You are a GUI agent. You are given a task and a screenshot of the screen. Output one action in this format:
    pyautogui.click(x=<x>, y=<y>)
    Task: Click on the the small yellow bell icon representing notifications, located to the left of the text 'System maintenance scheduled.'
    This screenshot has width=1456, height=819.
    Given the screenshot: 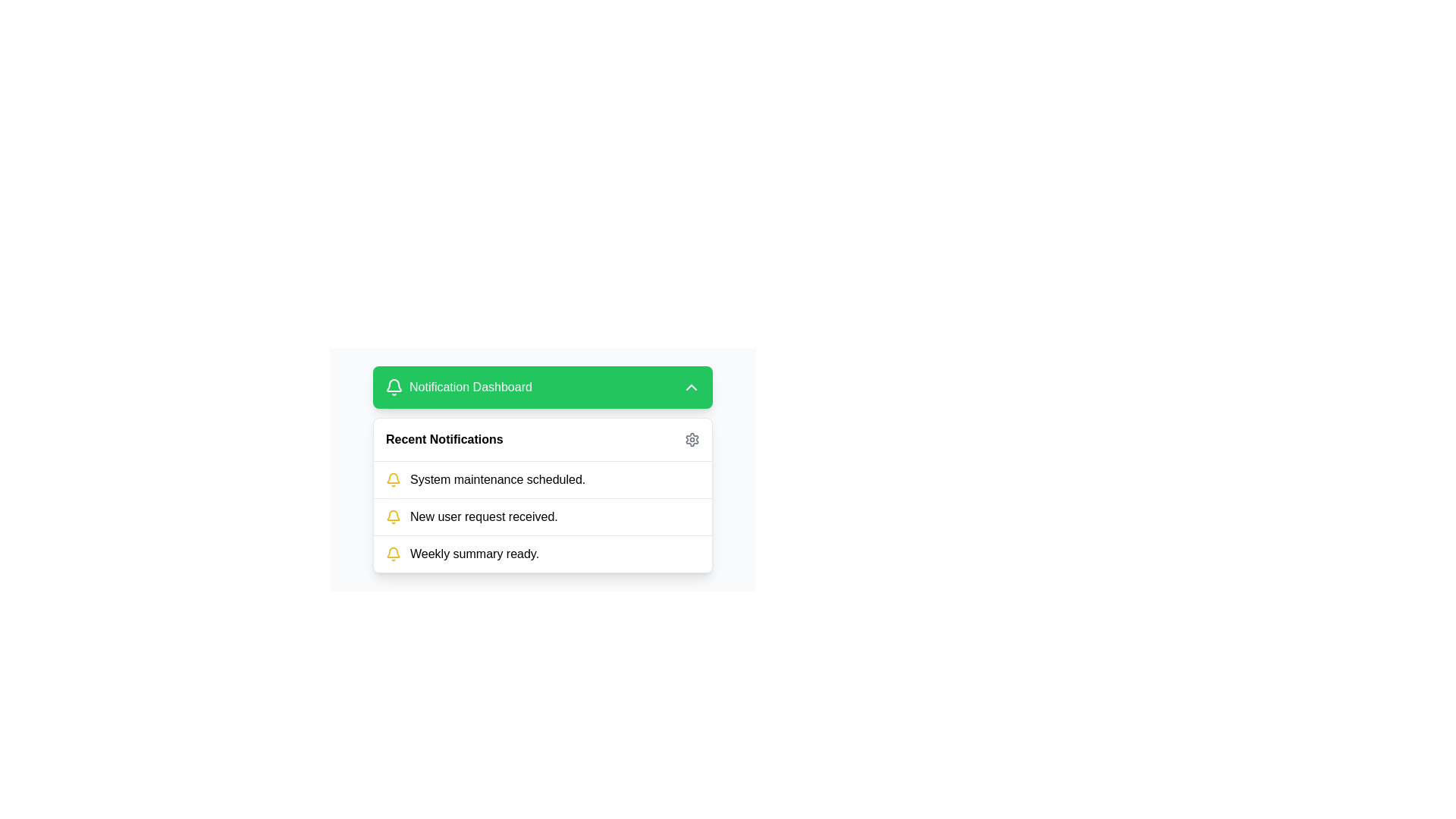 What is the action you would take?
    pyautogui.click(x=393, y=479)
    